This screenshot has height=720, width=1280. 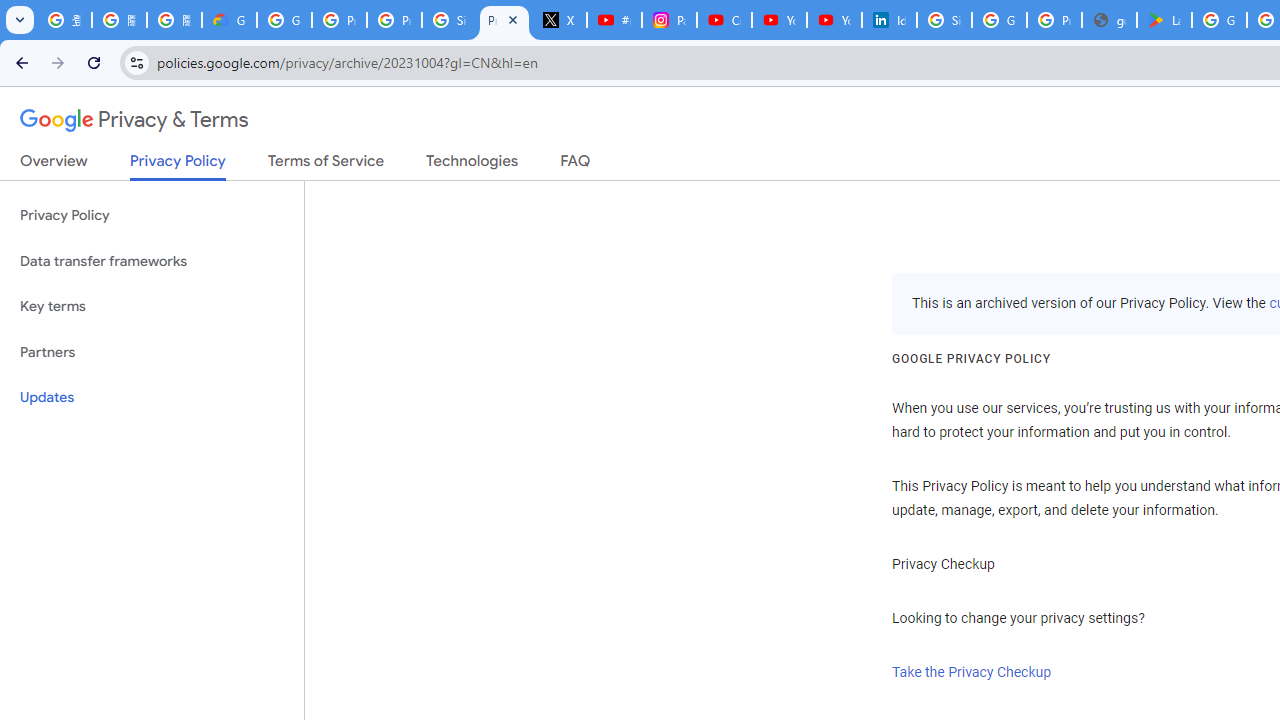 What do you see at coordinates (1164, 20) in the screenshot?
I see `'Last Shelter: Survival - Apps on Google Play'` at bounding box center [1164, 20].